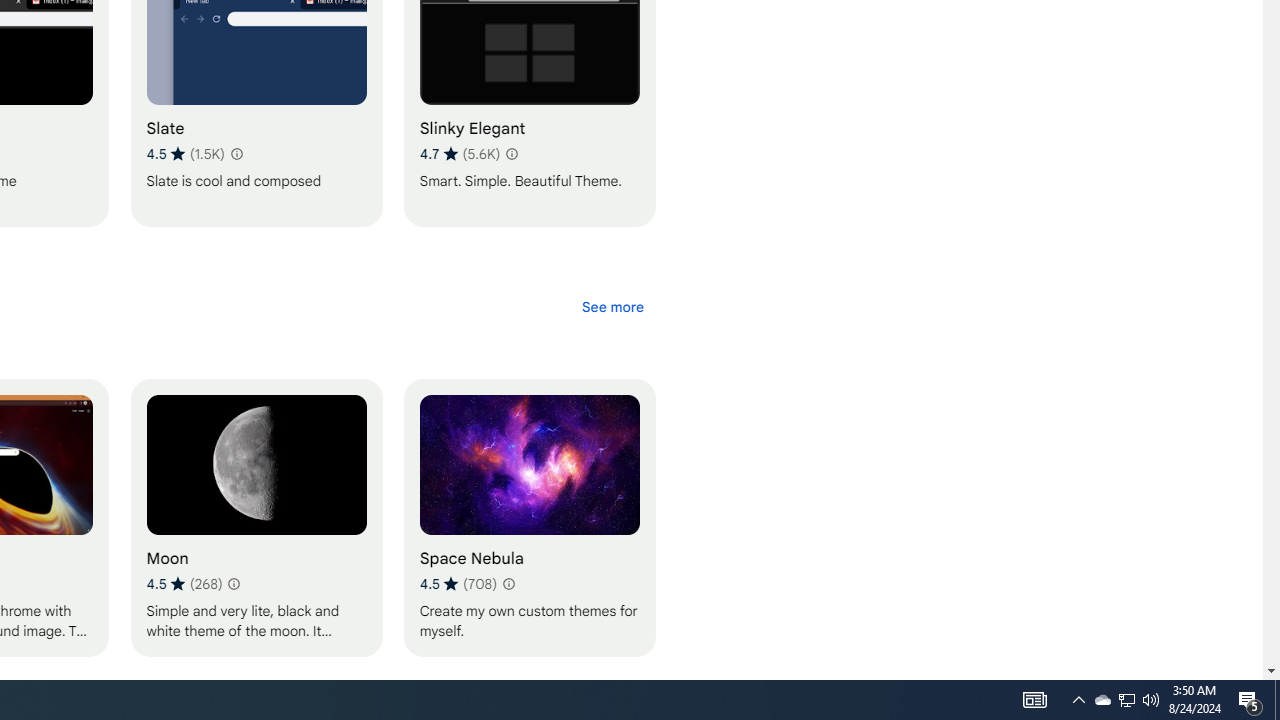  I want to click on 'Space Nebula', so click(529, 516).